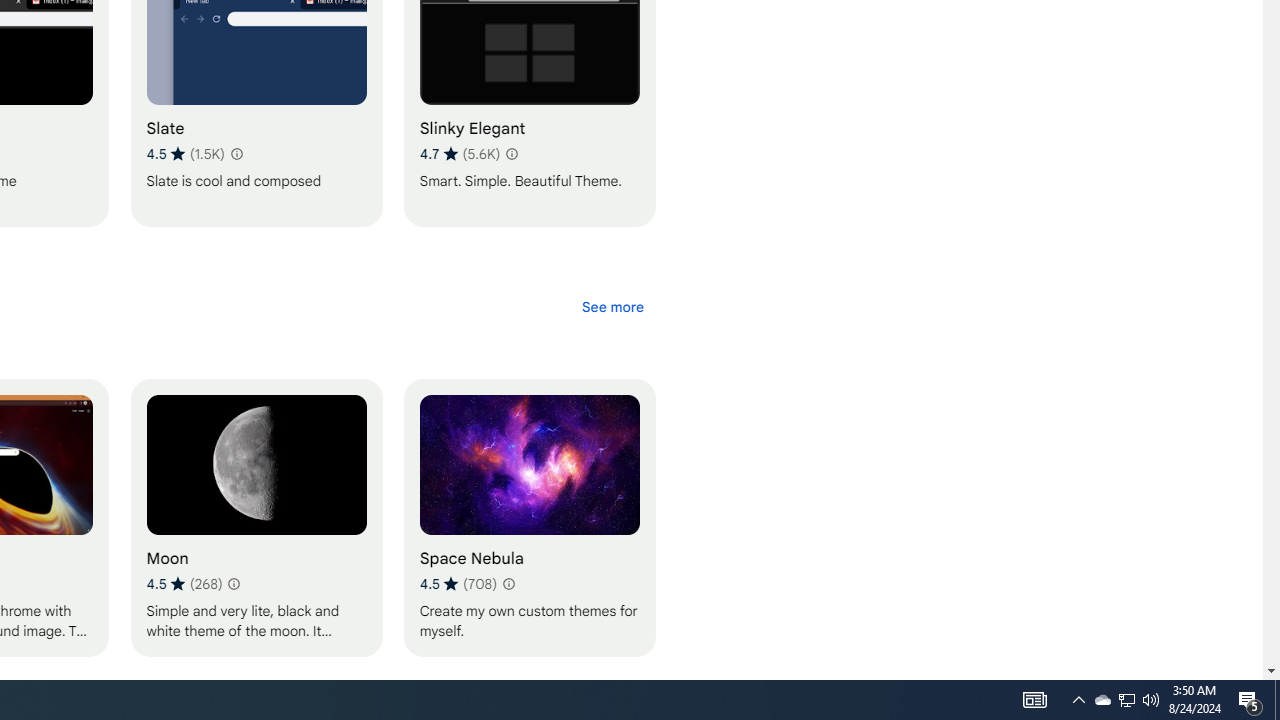  I want to click on 'Space Nebula', so click(529, 516).